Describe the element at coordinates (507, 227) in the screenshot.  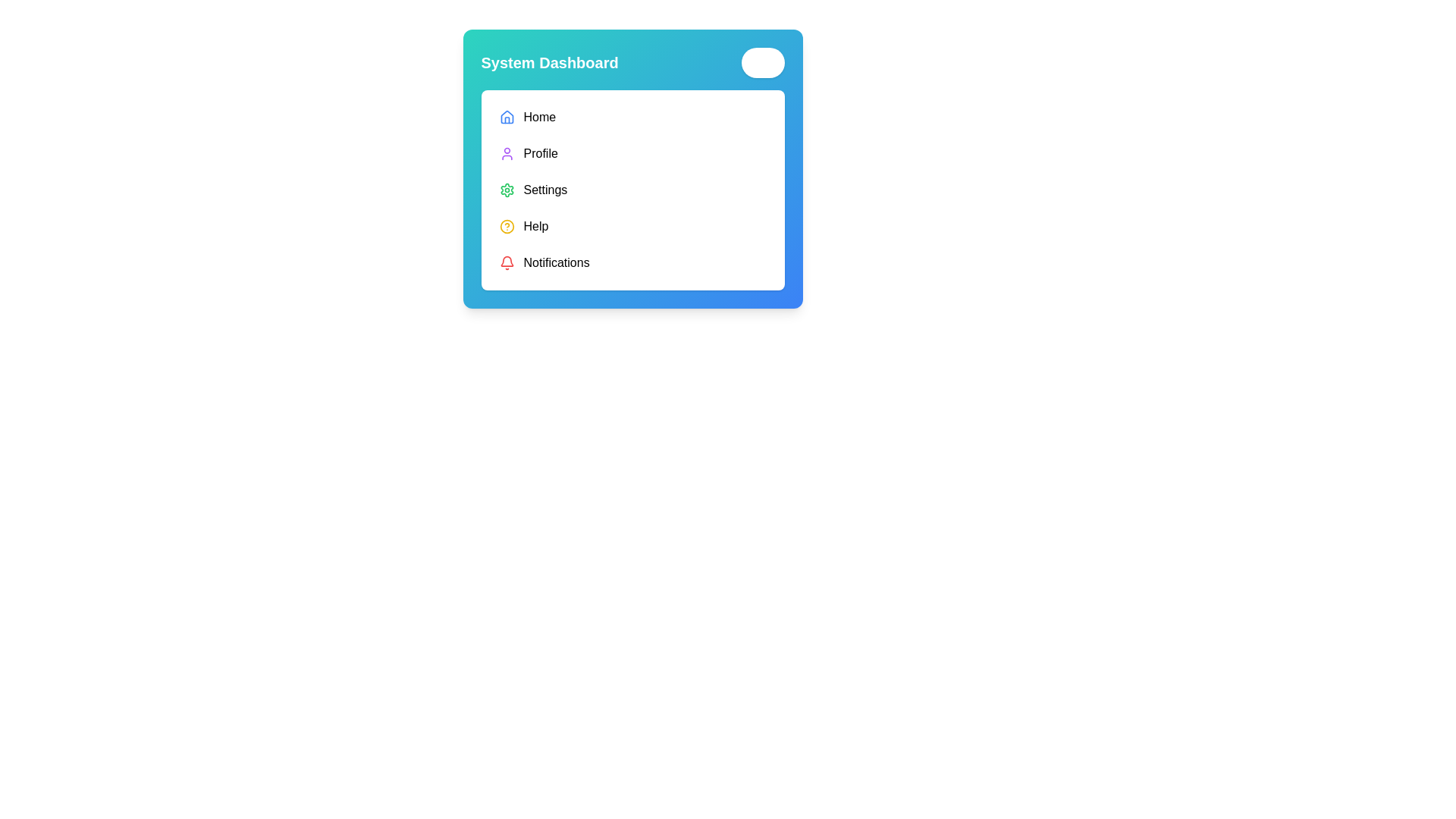
I see `the 'Help' icon in the fourth row of the vertical menu within the 'System Dashboard' panel for clarity` at that location.